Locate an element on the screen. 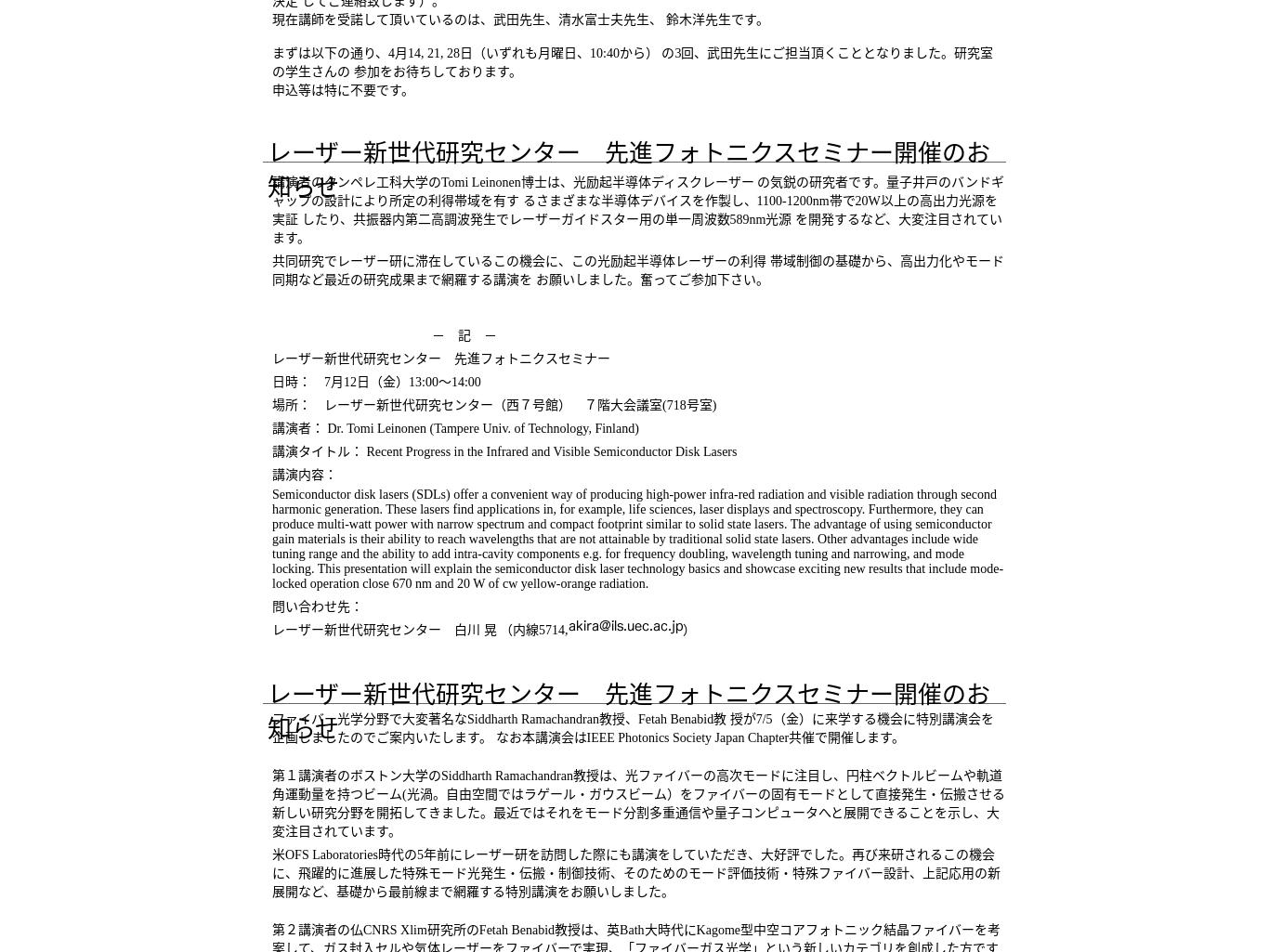 This screenshot has height=952, width=1269. '講演タイトル： Recent Progress in the Infrared and Visible Semiconductor
Disk Lasers' is located at coordinates (504, 451).